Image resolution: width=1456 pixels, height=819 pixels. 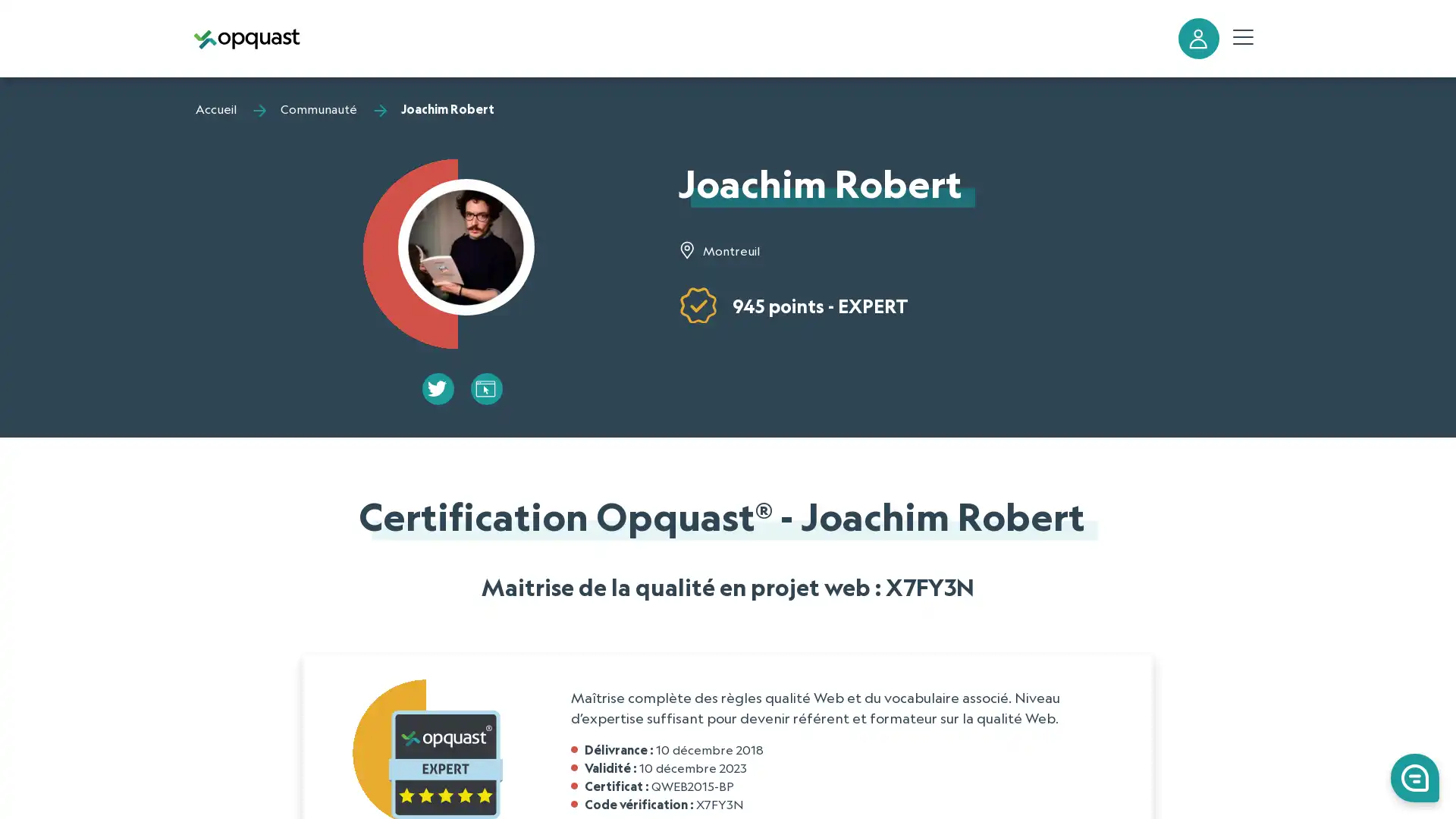 What do you see at coordinates (1414, 778) in the screenshot?
I see `0 Launch Front Chat` at bounding box center [1414, 778].